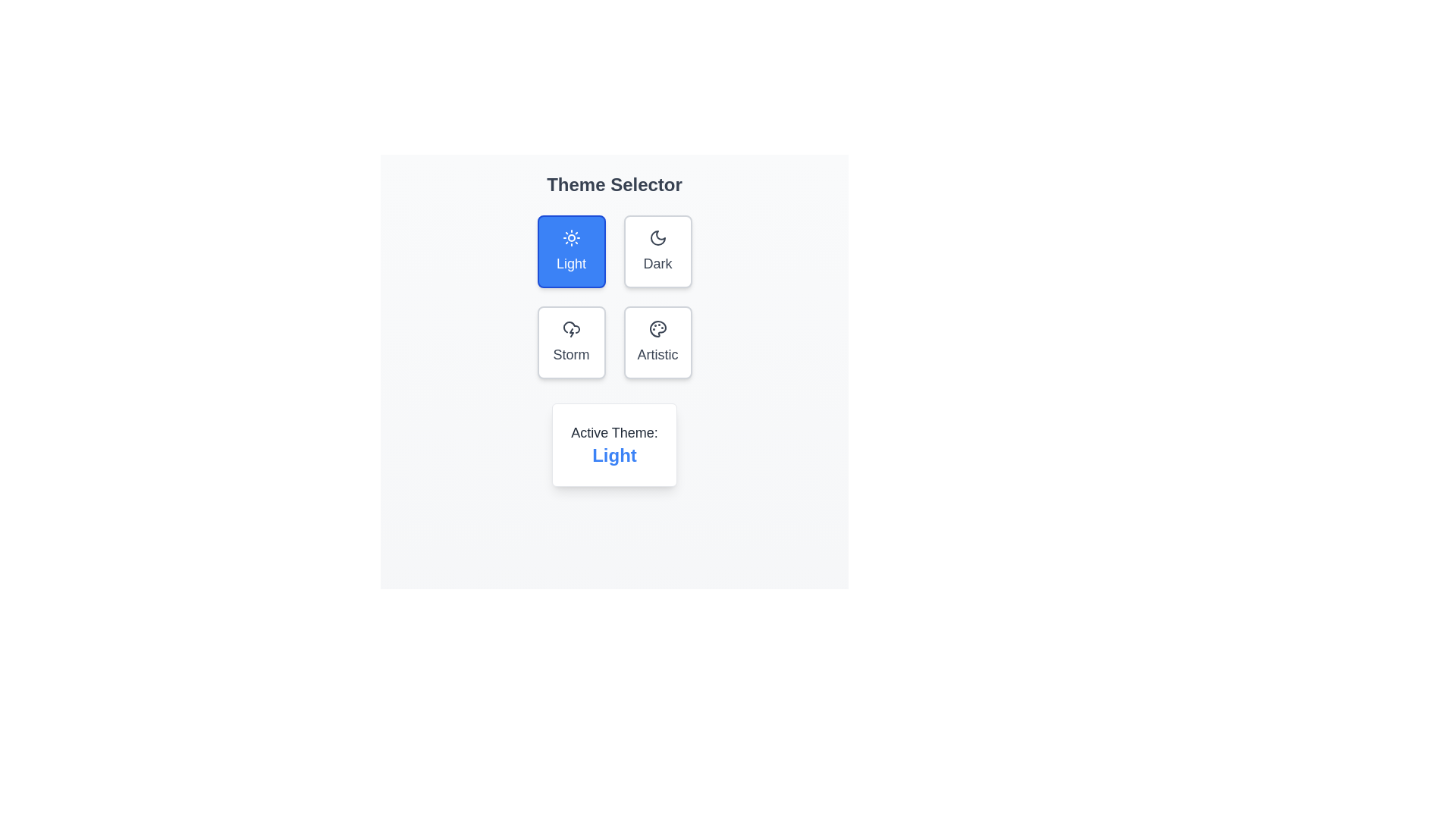 This screenshot has height=819, width=1456. What do you see at coordinates (657, 342) in the screenshot?
I see `the theme button labeled Artistic` at bounding box center [657, 342].